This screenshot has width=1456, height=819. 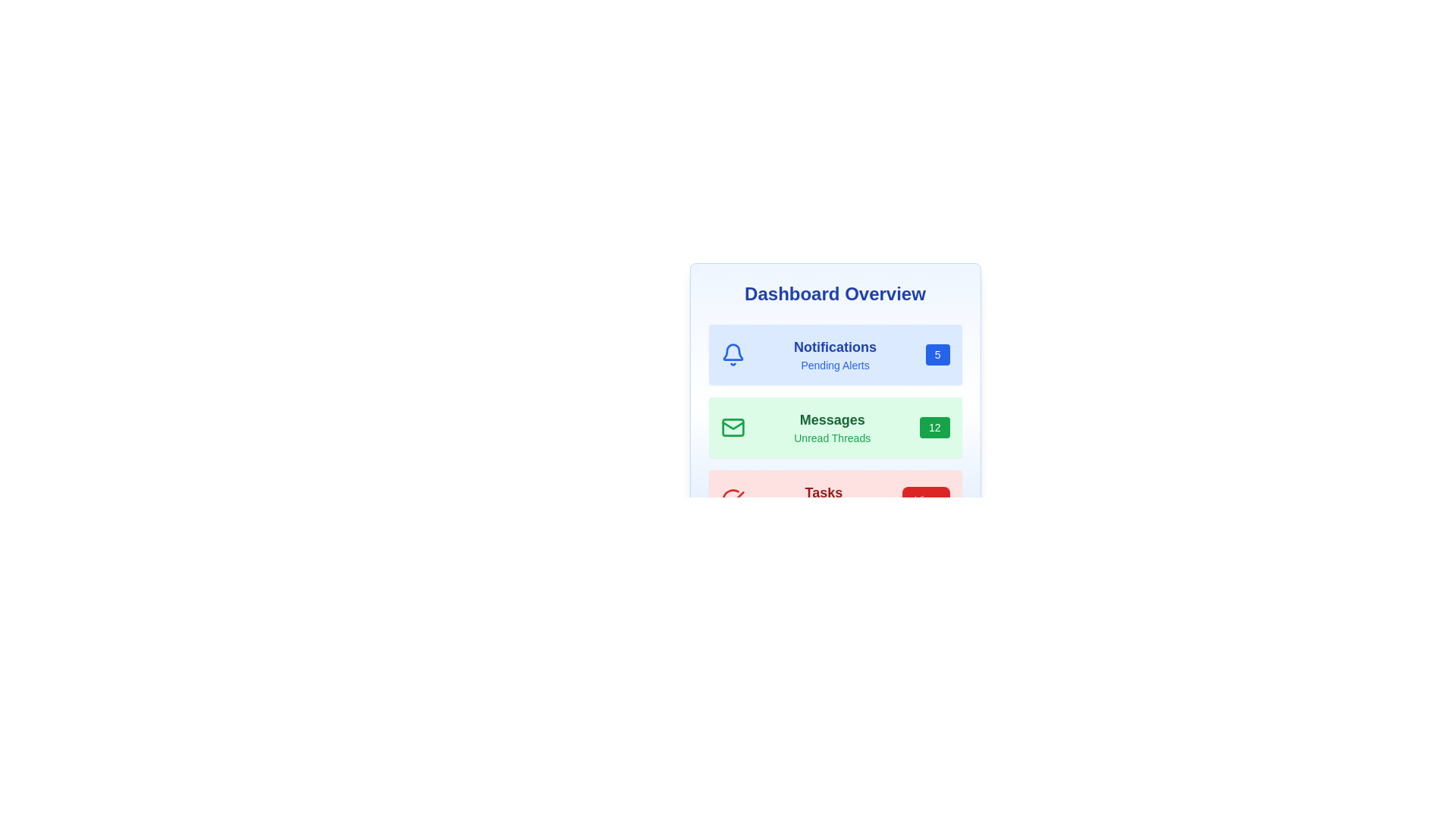 I want to click on the 'Tasks' text label, which is displayed in a bold and large red font, part of the 'Tasks Completed Goals View' card-like component, so click(x=823, y=500).